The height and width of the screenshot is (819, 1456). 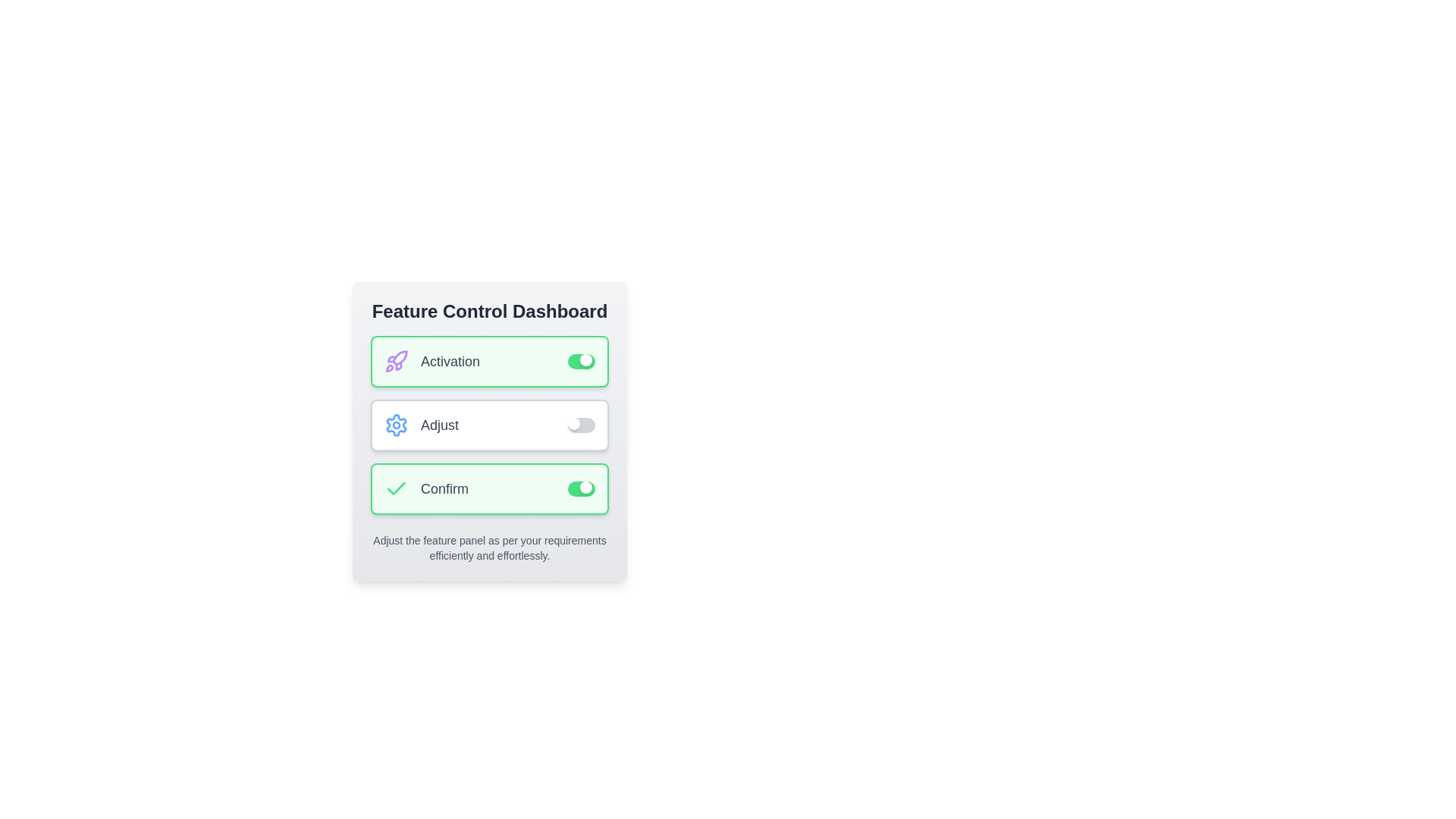 I want to click on the 'Adjust' button to toggle its state, so click(x=490, y=425).